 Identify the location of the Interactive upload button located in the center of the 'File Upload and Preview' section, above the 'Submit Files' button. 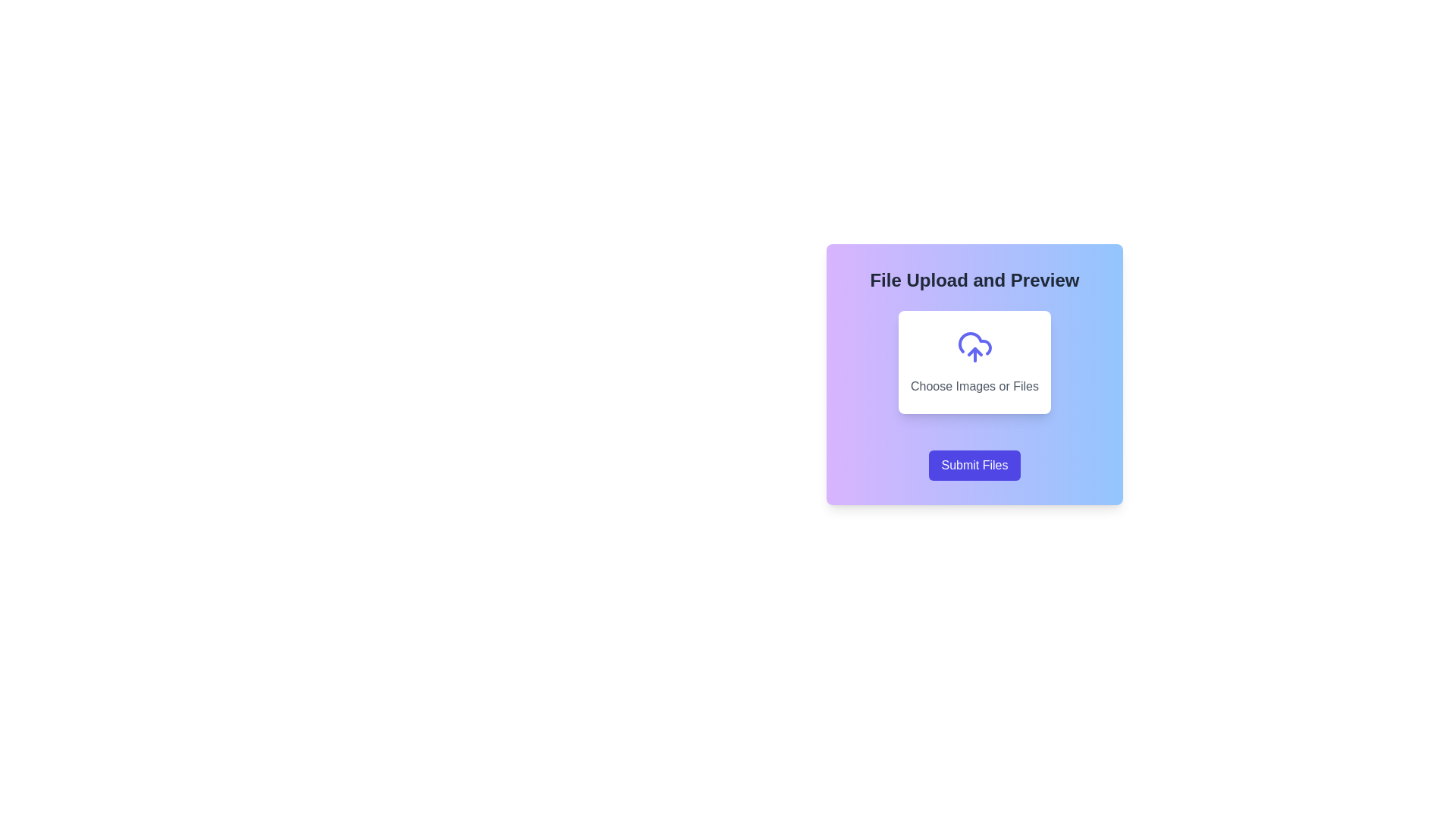
(974, 362).